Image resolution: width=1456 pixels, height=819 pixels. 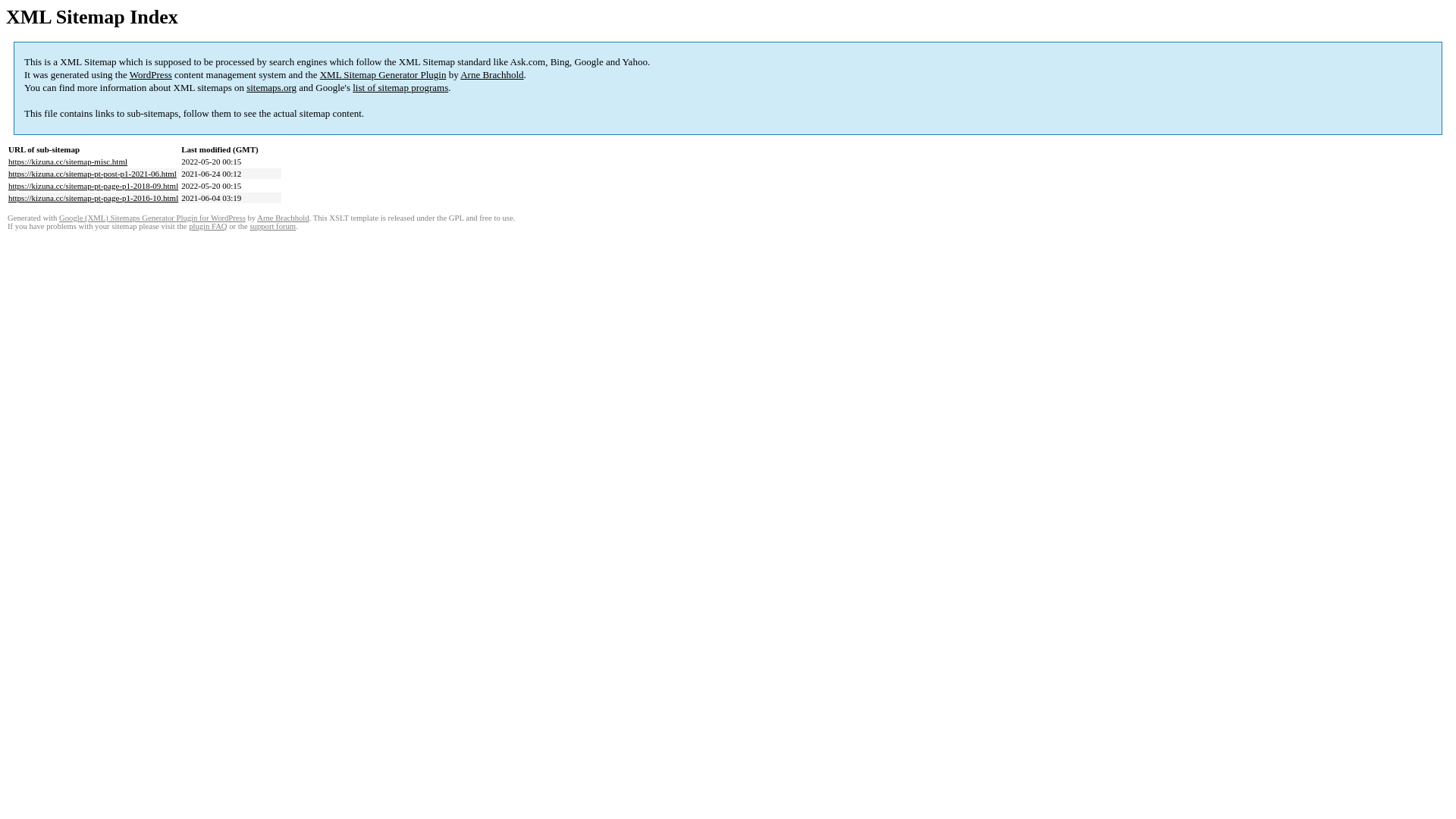 What do you see at coordinates (93, 185) in the screenshot?
I see `'https://kizuna.cc/sitemap-pt-page-p1-2018-09.html'` at bounding box center [93, 185].